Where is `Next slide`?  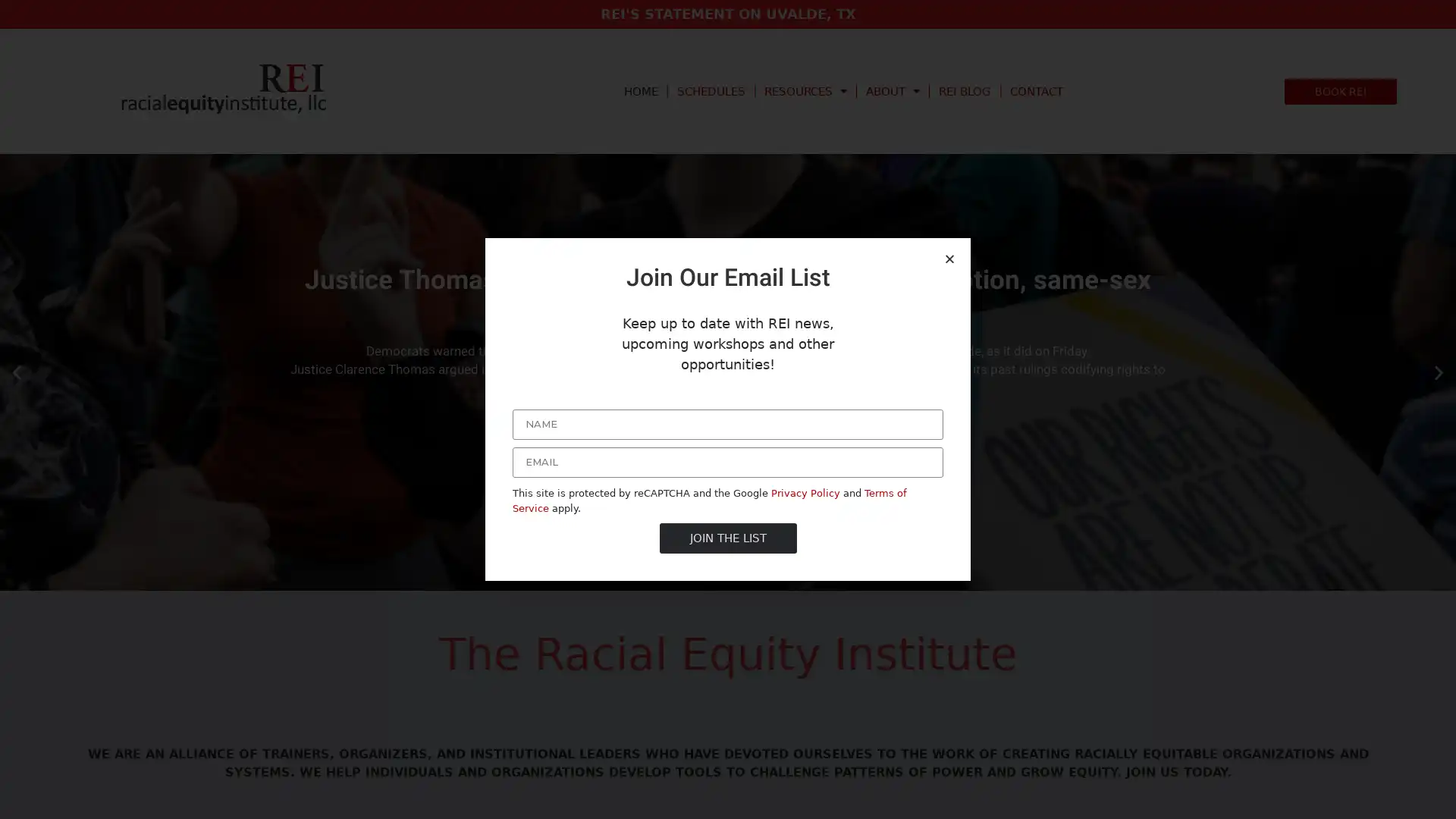 Next slide is located at coordinates (1438, 372).